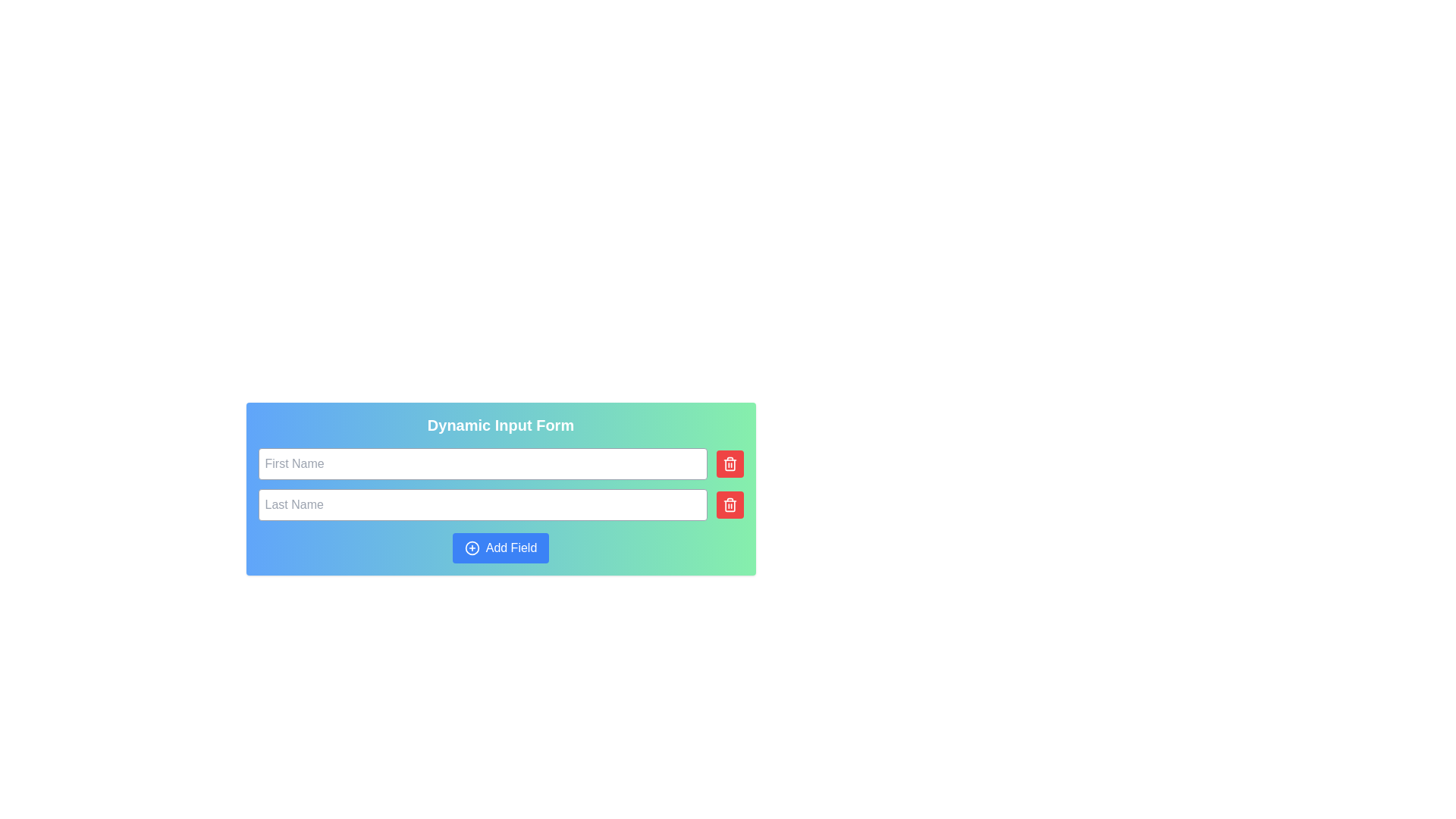  Describe the element at coordinates (730, 463) in the screenshot. I see `the trash bin icon located within the delete button of the second row in the form` at that location.